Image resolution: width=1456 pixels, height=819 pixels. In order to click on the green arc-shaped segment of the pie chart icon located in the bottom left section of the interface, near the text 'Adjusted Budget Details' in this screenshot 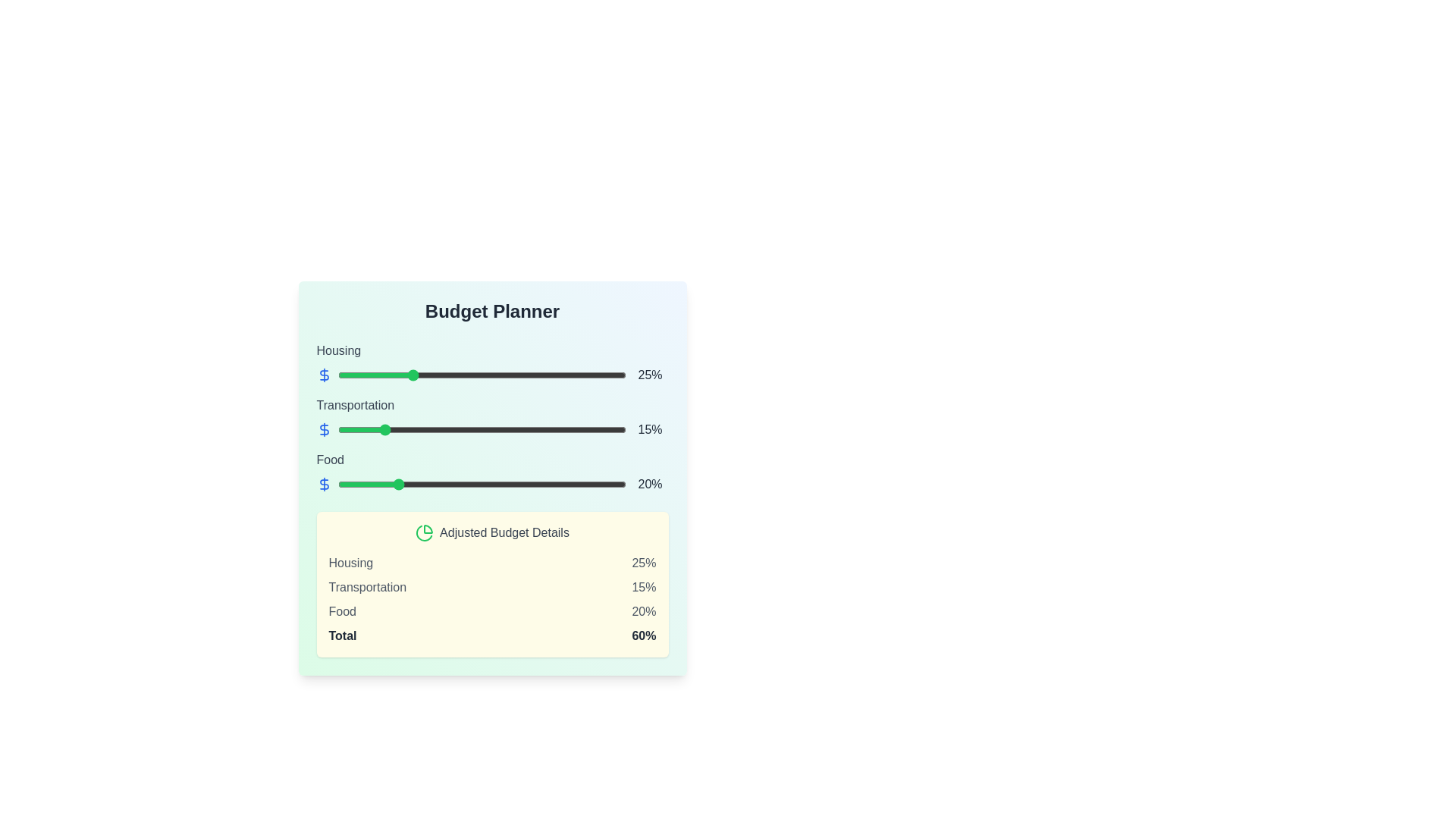, I will do `click(424, 532)`.